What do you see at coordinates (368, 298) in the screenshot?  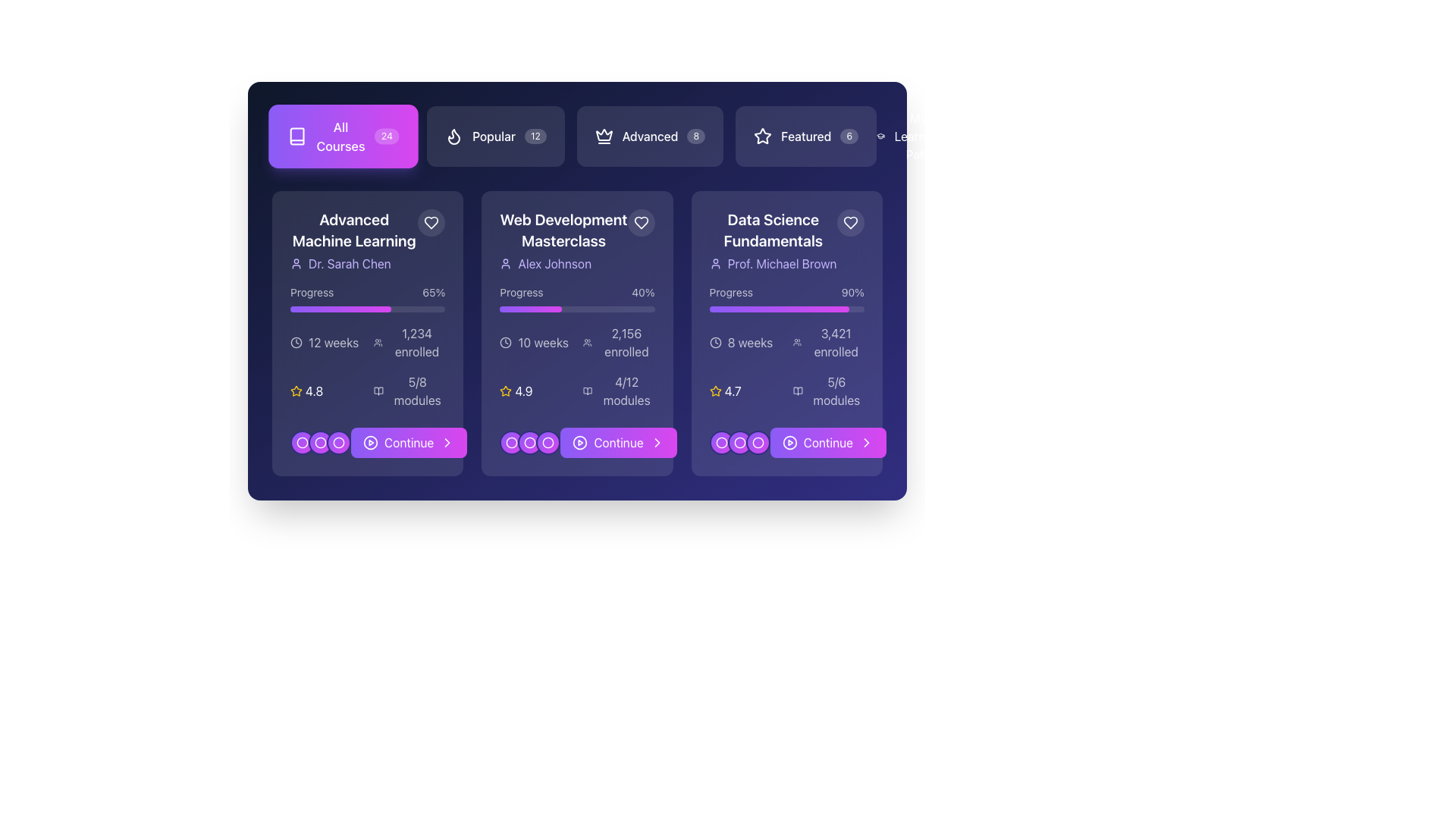 I see `text on the progress indicator which displays 'Progress' and '65%' on either side of the horizontal progress bar, located in the first card of the grid` at bounding box center [368, 298].